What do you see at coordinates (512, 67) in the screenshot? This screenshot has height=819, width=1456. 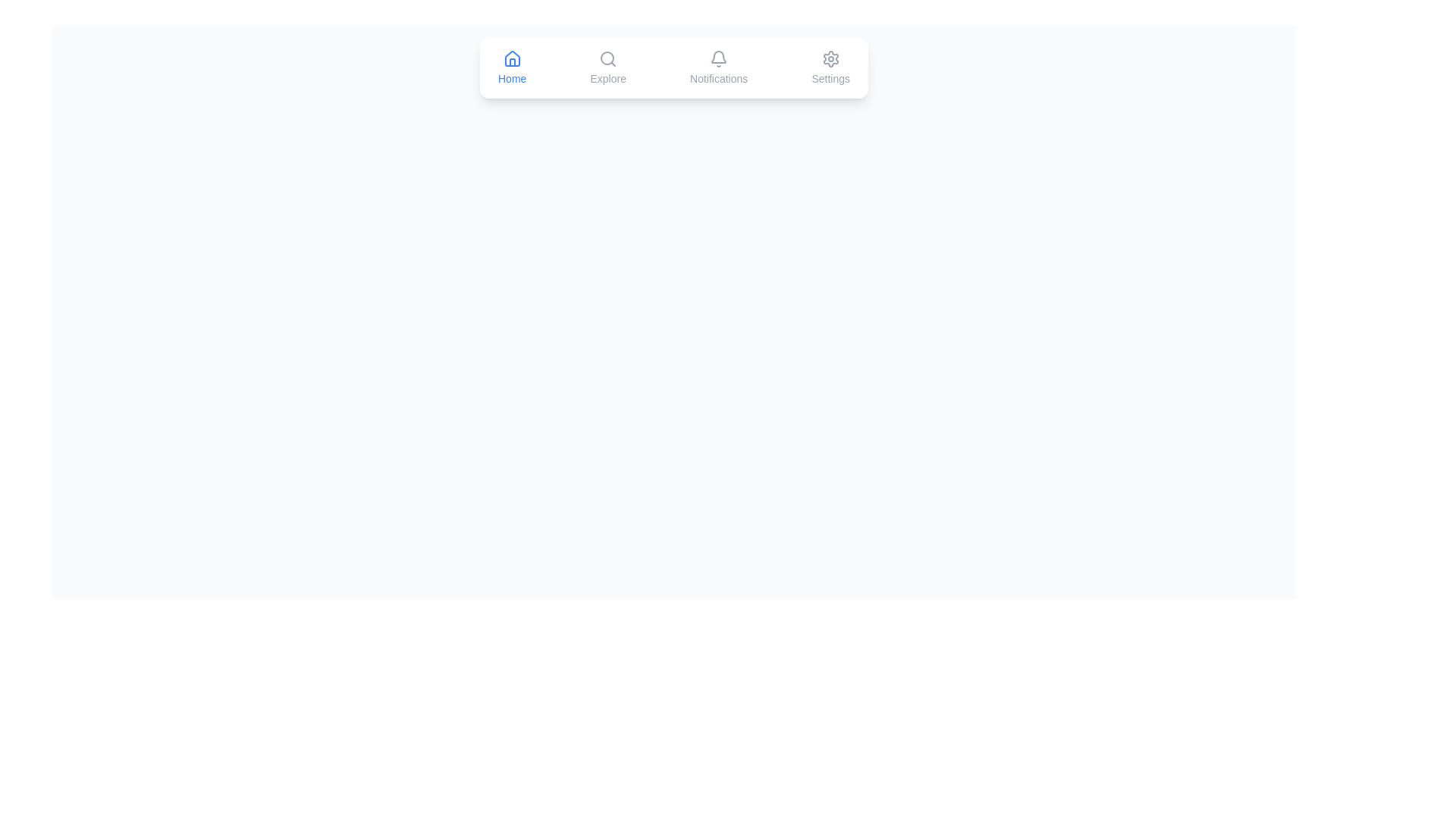 I see `the tab labeled Home` at bounding box center [512, 67].